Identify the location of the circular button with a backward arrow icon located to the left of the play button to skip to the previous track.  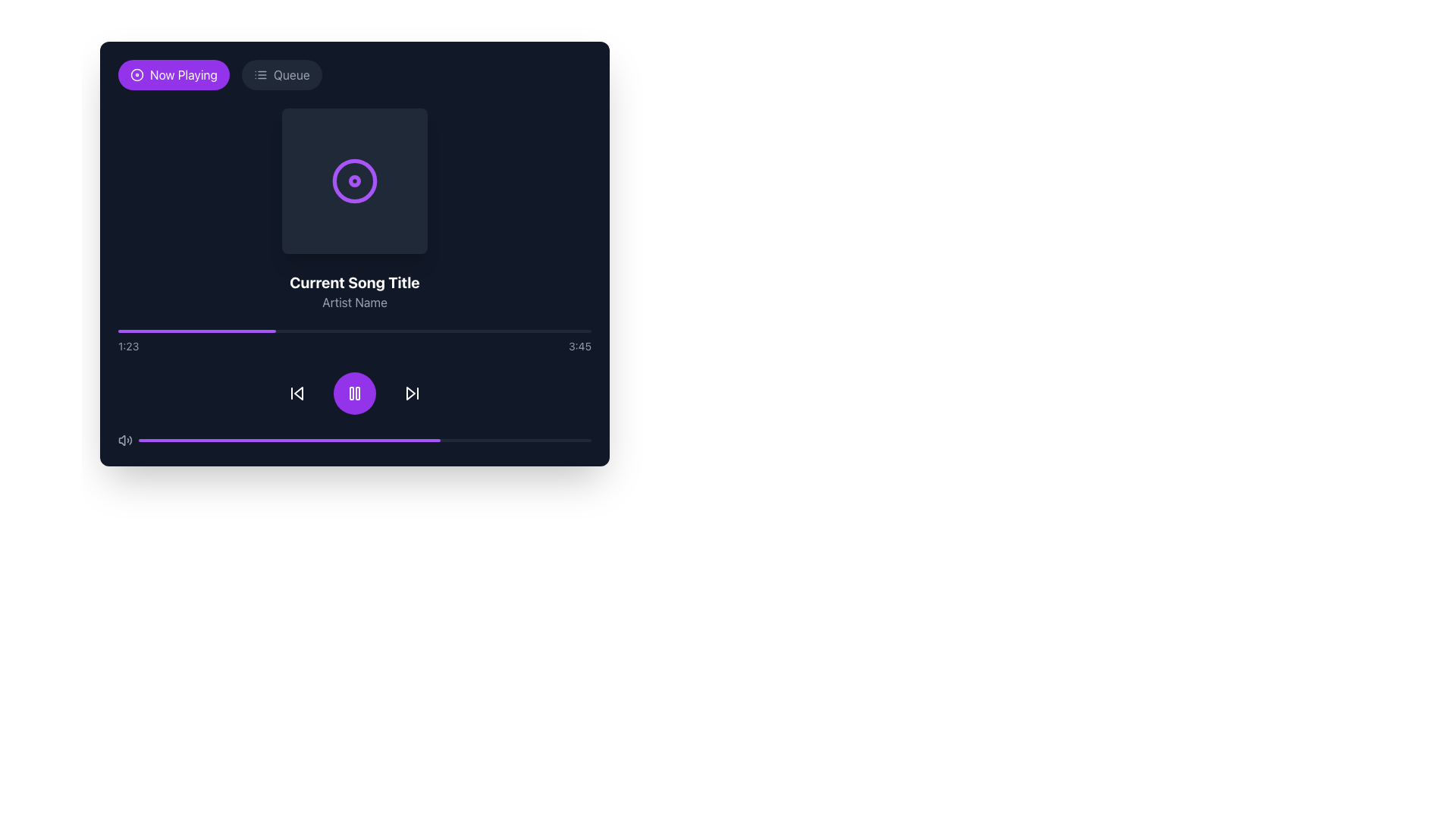
(297, 393).